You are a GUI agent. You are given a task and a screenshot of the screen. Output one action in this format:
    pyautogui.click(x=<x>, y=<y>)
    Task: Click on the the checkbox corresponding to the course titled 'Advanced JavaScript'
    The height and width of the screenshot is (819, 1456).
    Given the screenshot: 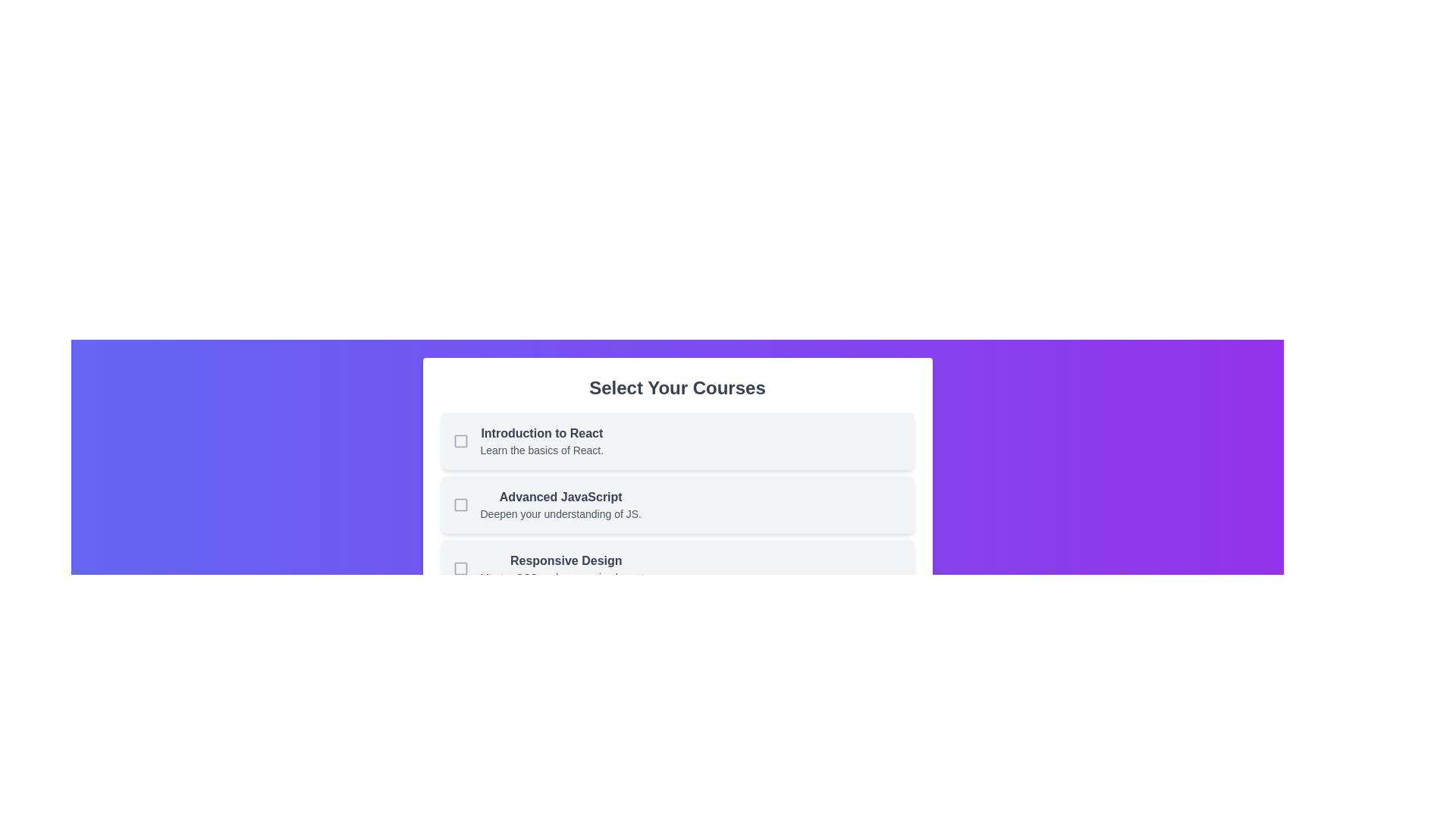 What is the action you would take?
    pyautogui.click(x=460, y=505)
    